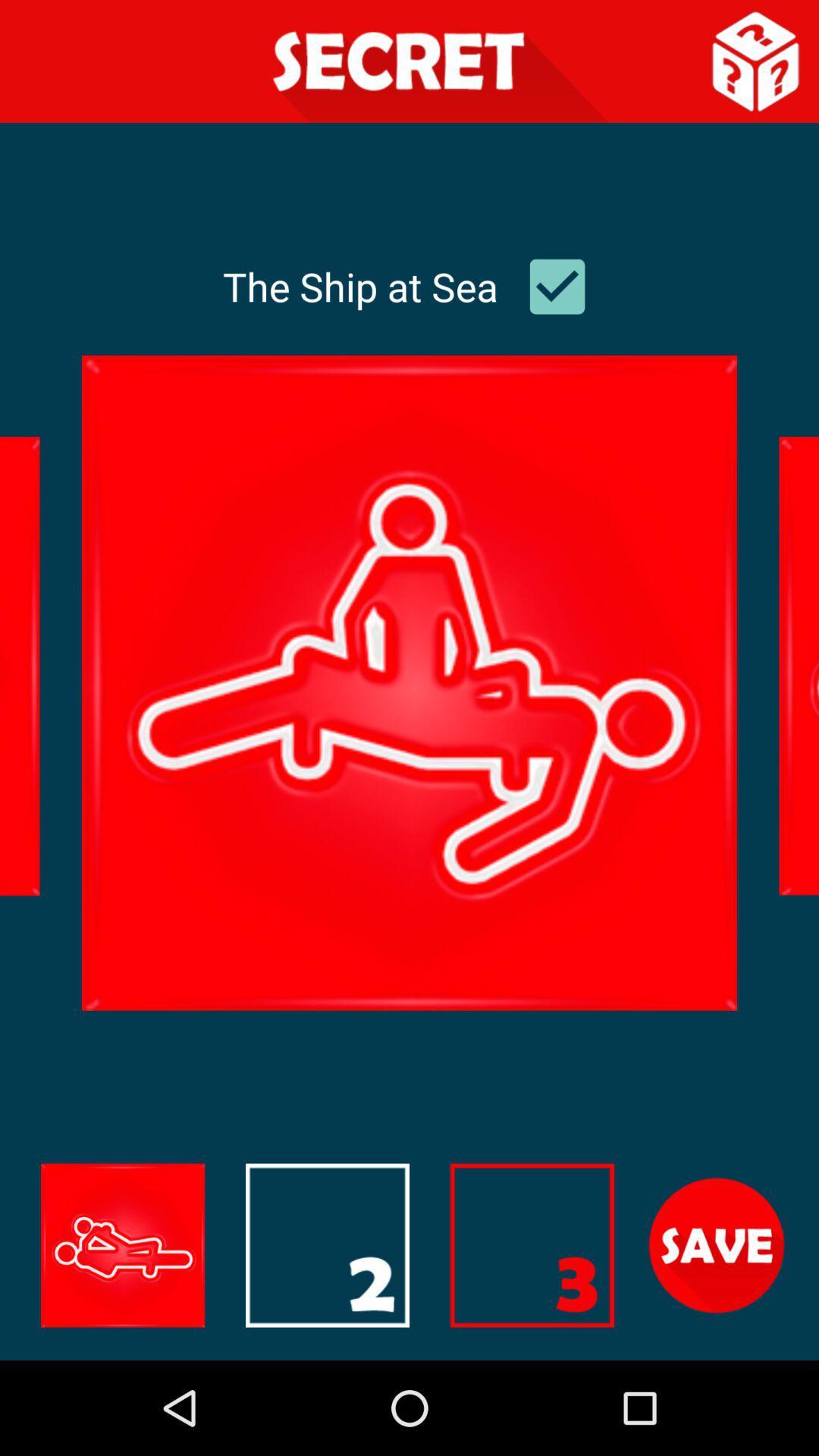  What do you see at coordinates (717, 1245) in the screenshot?
I see `click save` at bounding box center [717, 1245].